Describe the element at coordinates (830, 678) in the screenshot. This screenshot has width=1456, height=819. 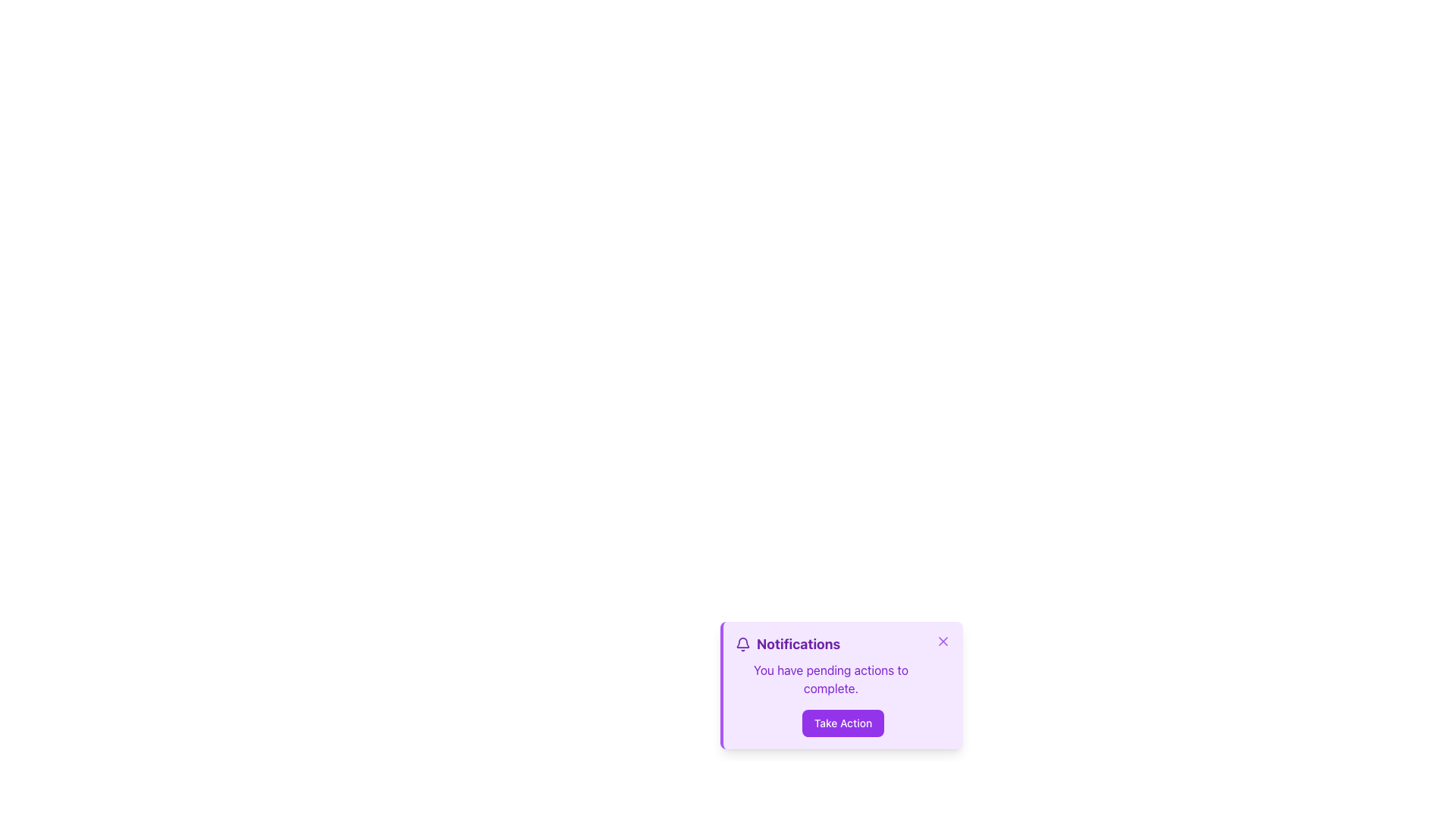
I see `text message displayed in the notification card that states 'You have pending actions to complete.'` at that location.